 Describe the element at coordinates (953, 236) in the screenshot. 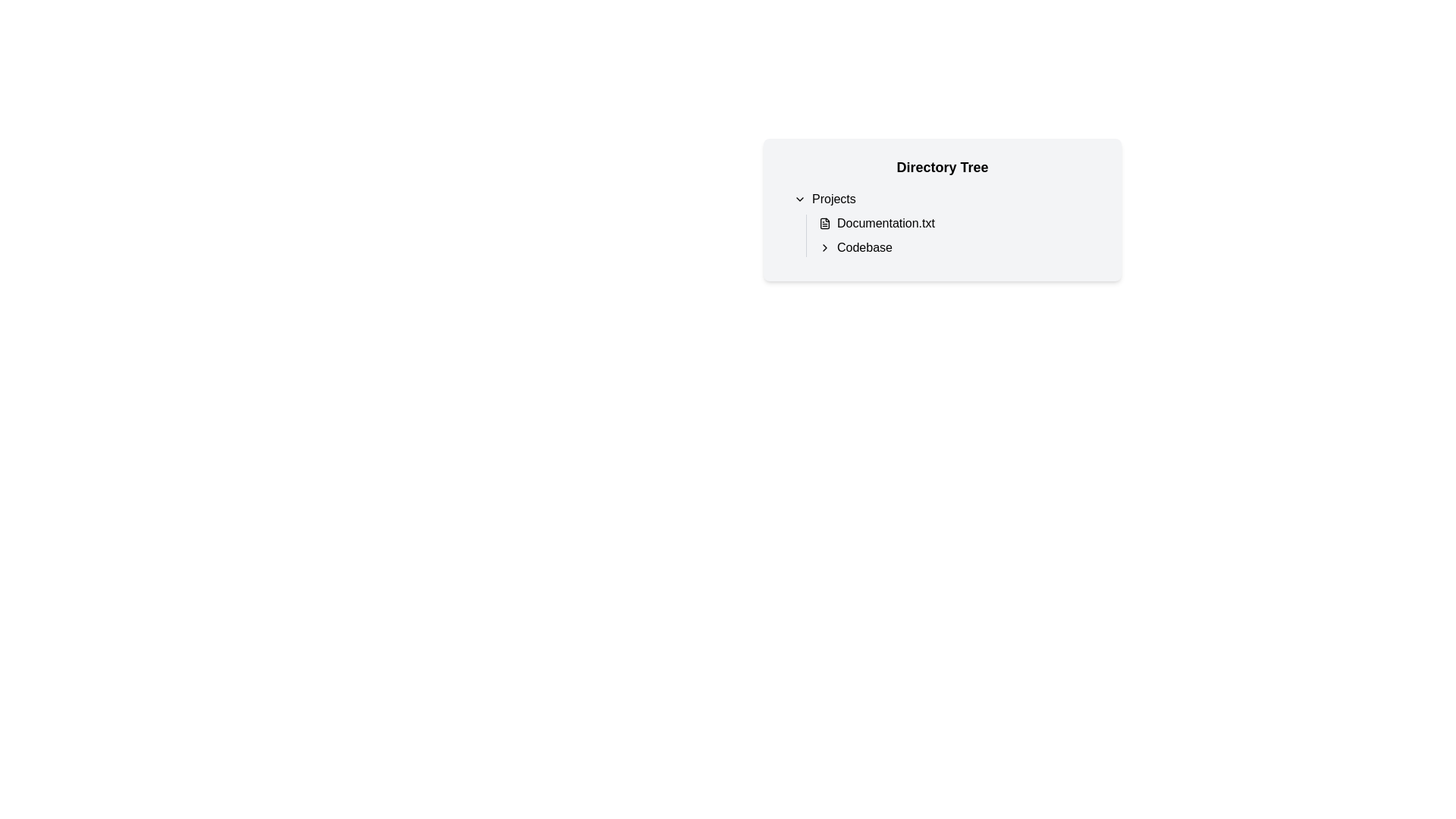

I see `the 'Documentation.txt' entry` at that location.